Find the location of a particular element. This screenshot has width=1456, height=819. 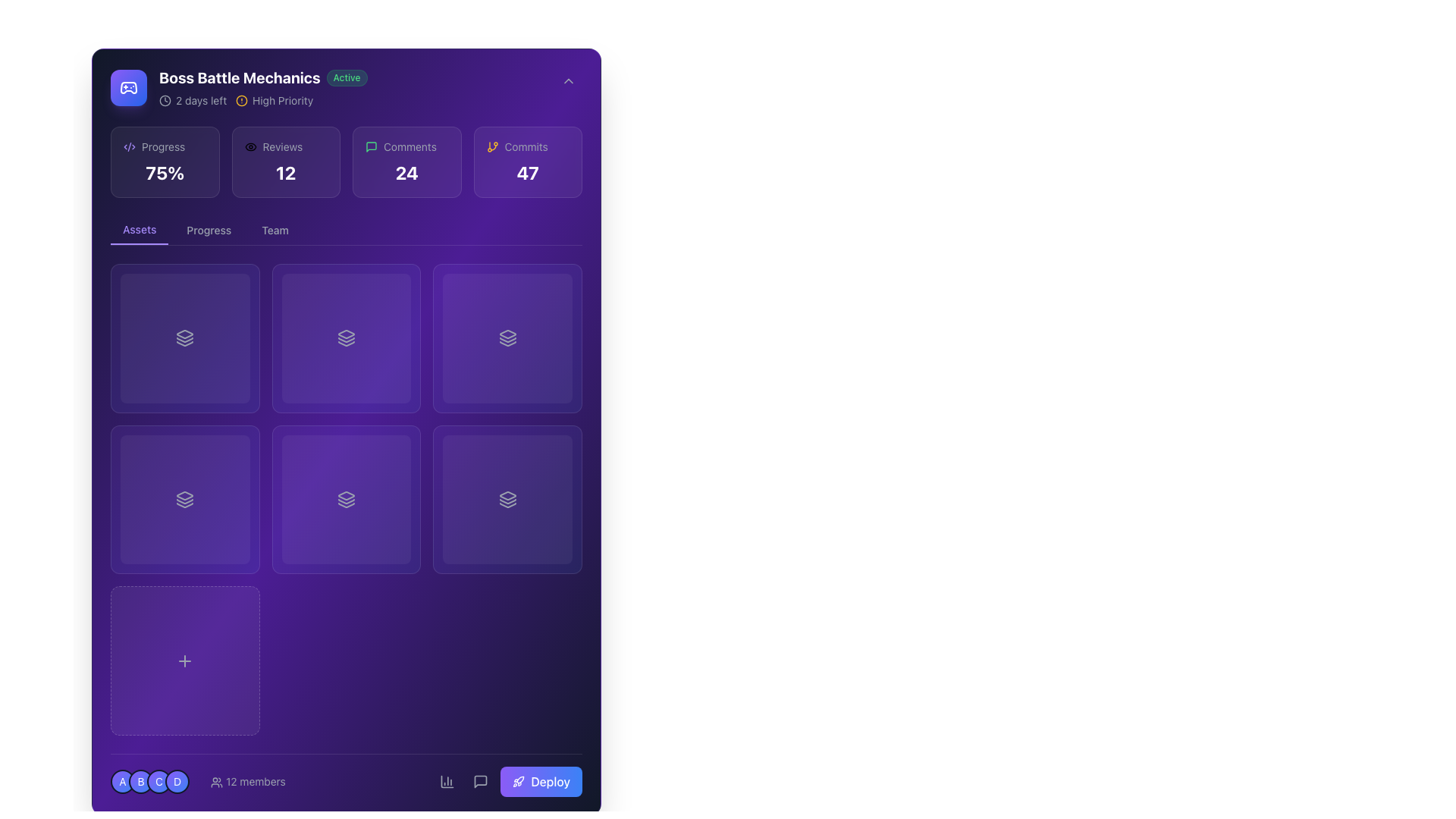

the details of the stack of layers icon located in the bottom-right corner of the 2x3 grid layout, which is the last tile in the grid is located at coordinates (507, 500).